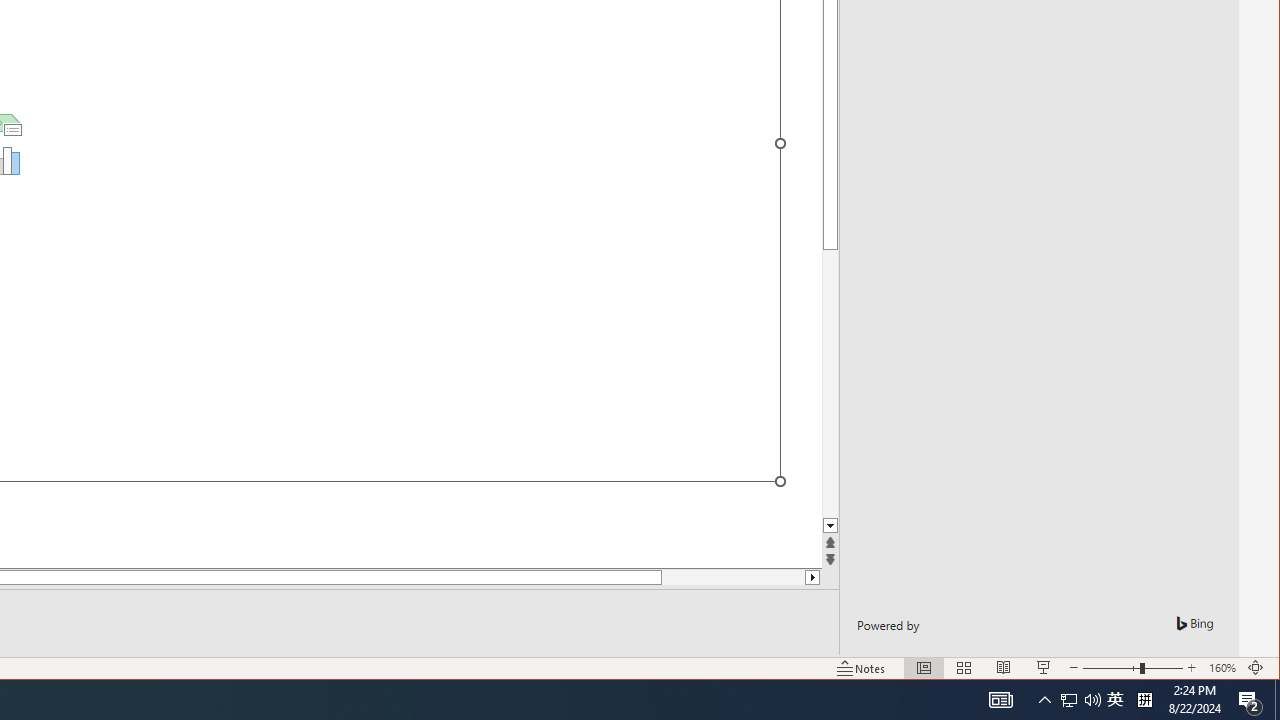 Image resolution: width=1280 pixels, height=720 pixels. What do you see at coordinates (1079, 698) in the screenshot?
I see `'User Promoted Notification Area'` at bounding box center [1079, 698].